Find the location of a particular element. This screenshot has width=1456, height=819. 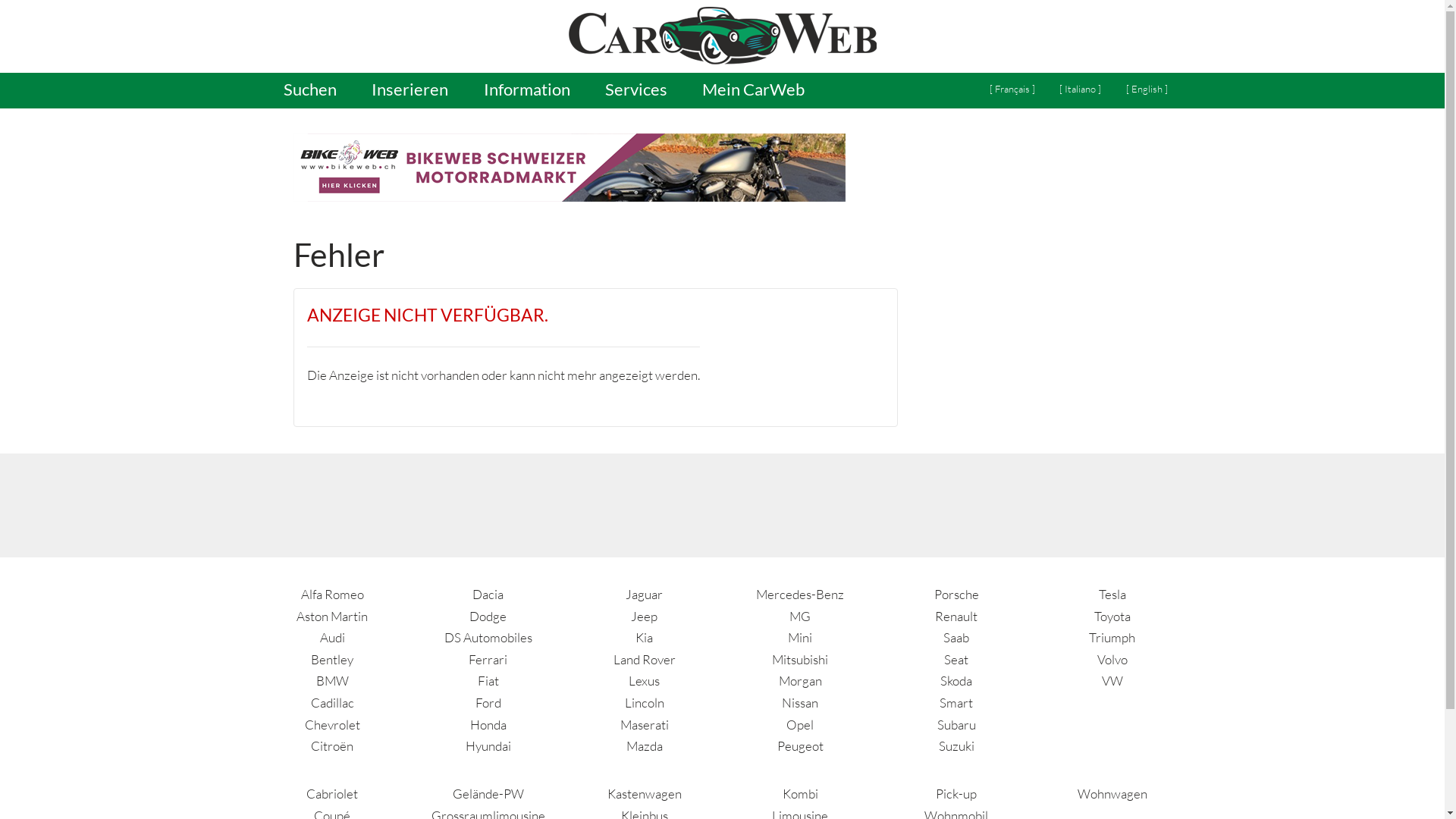

'DS Automobiles' is located at coordinates (443, 637).